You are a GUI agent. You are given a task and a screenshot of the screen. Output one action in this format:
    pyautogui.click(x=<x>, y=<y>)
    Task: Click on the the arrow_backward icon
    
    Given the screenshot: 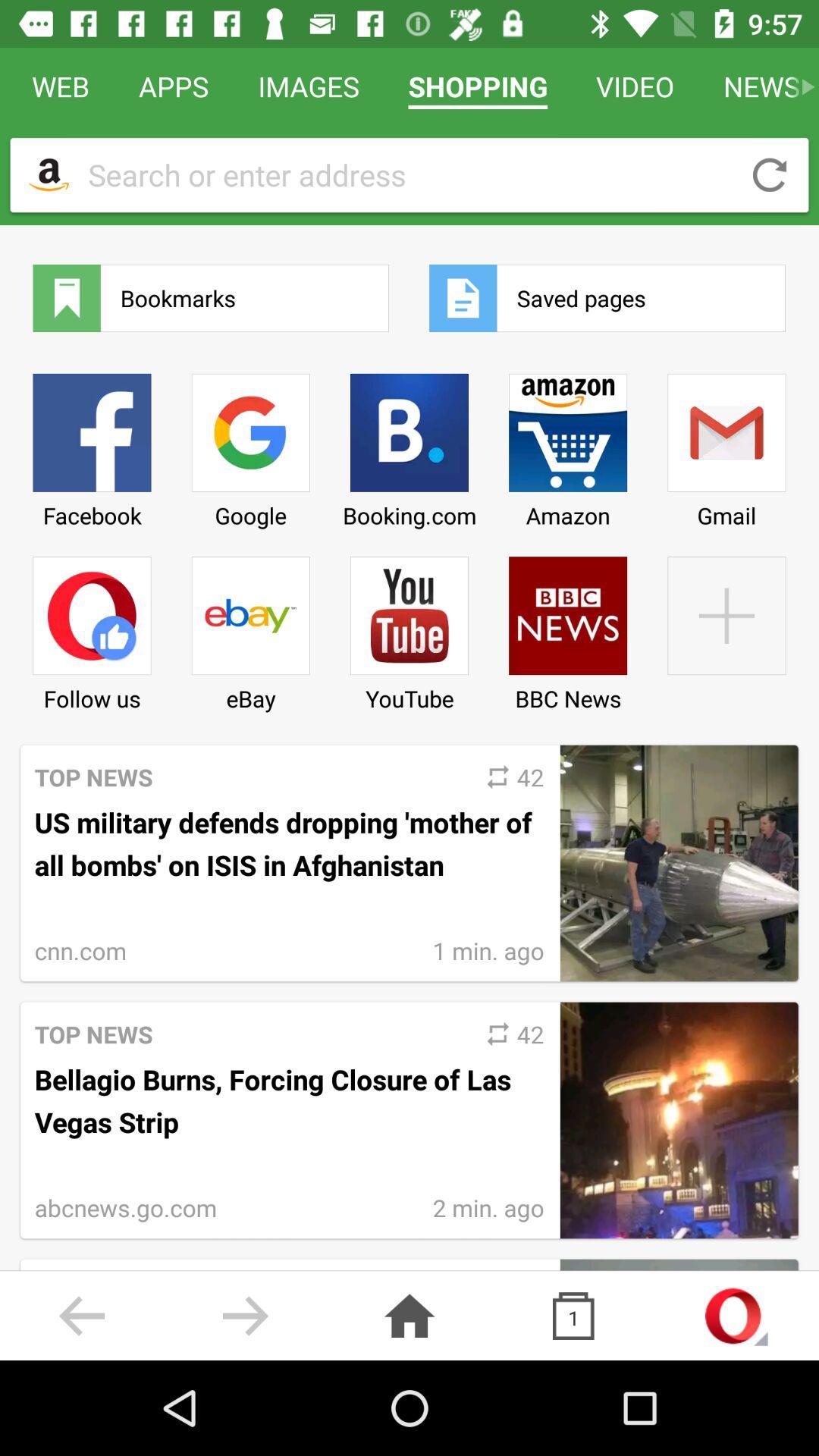 What is the action you would take?
    pyautogui.click(x=82, y=1315)
    